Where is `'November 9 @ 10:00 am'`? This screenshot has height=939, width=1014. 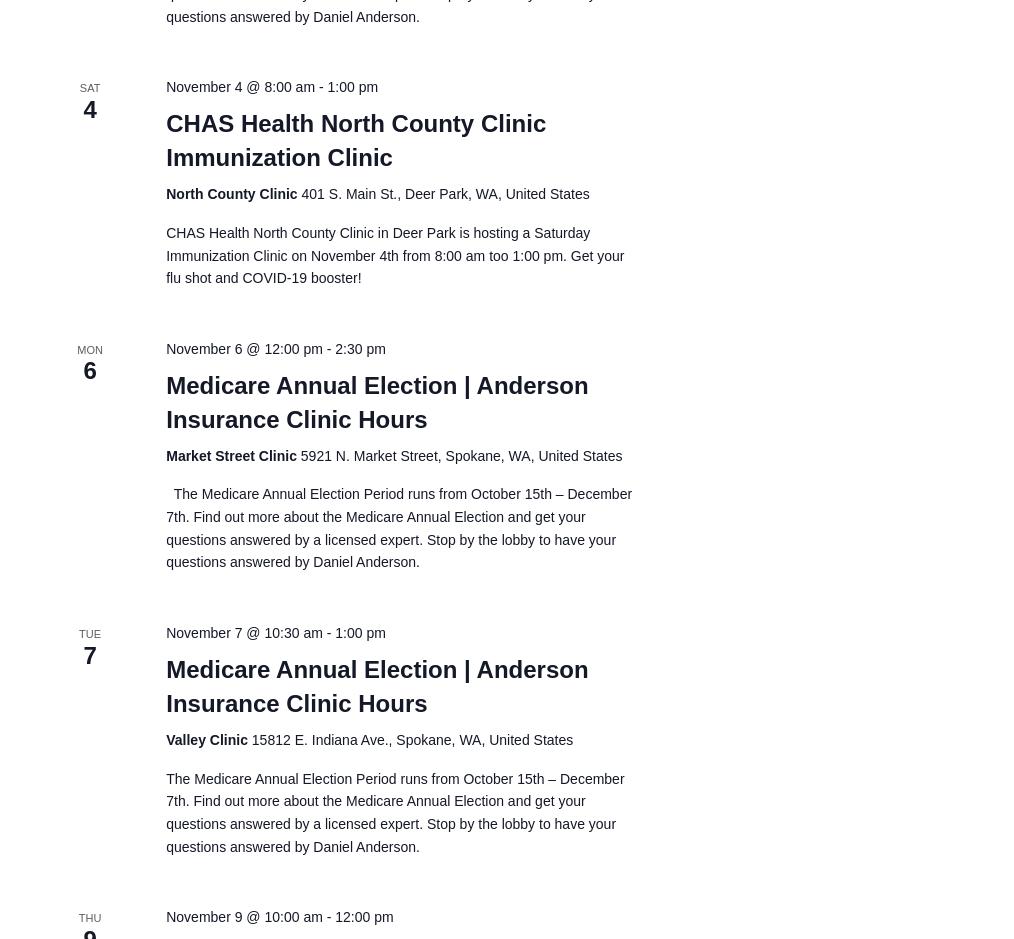 'November 9 @ 10:00 am' is located at coordinates (242, 916).